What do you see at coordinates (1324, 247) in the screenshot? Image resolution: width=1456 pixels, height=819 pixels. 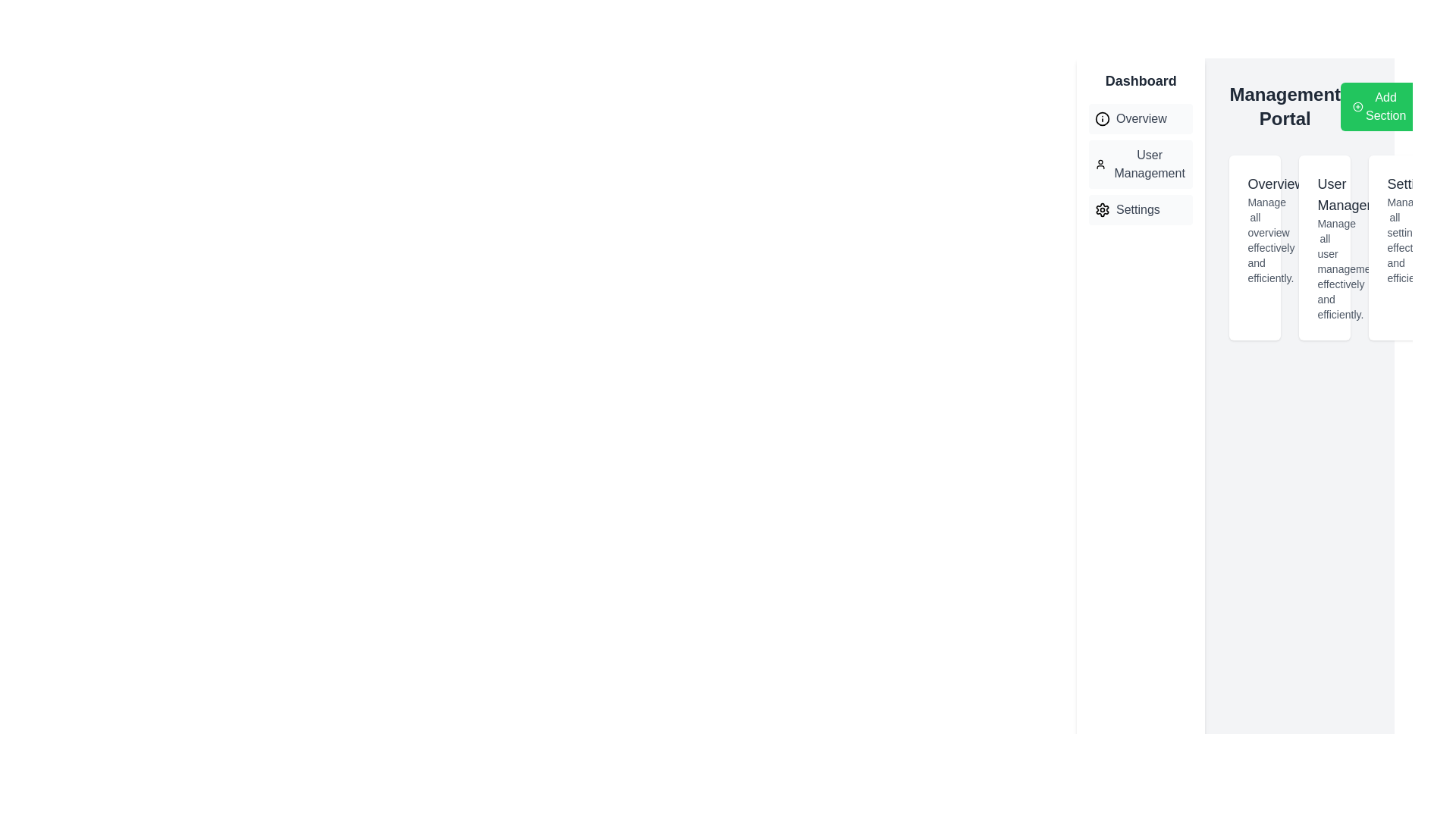 I see `the Informational card located in the middle column, second from the left, between the 'Overview' card and the 'Settings' card` at bounding box center [1324, 247].